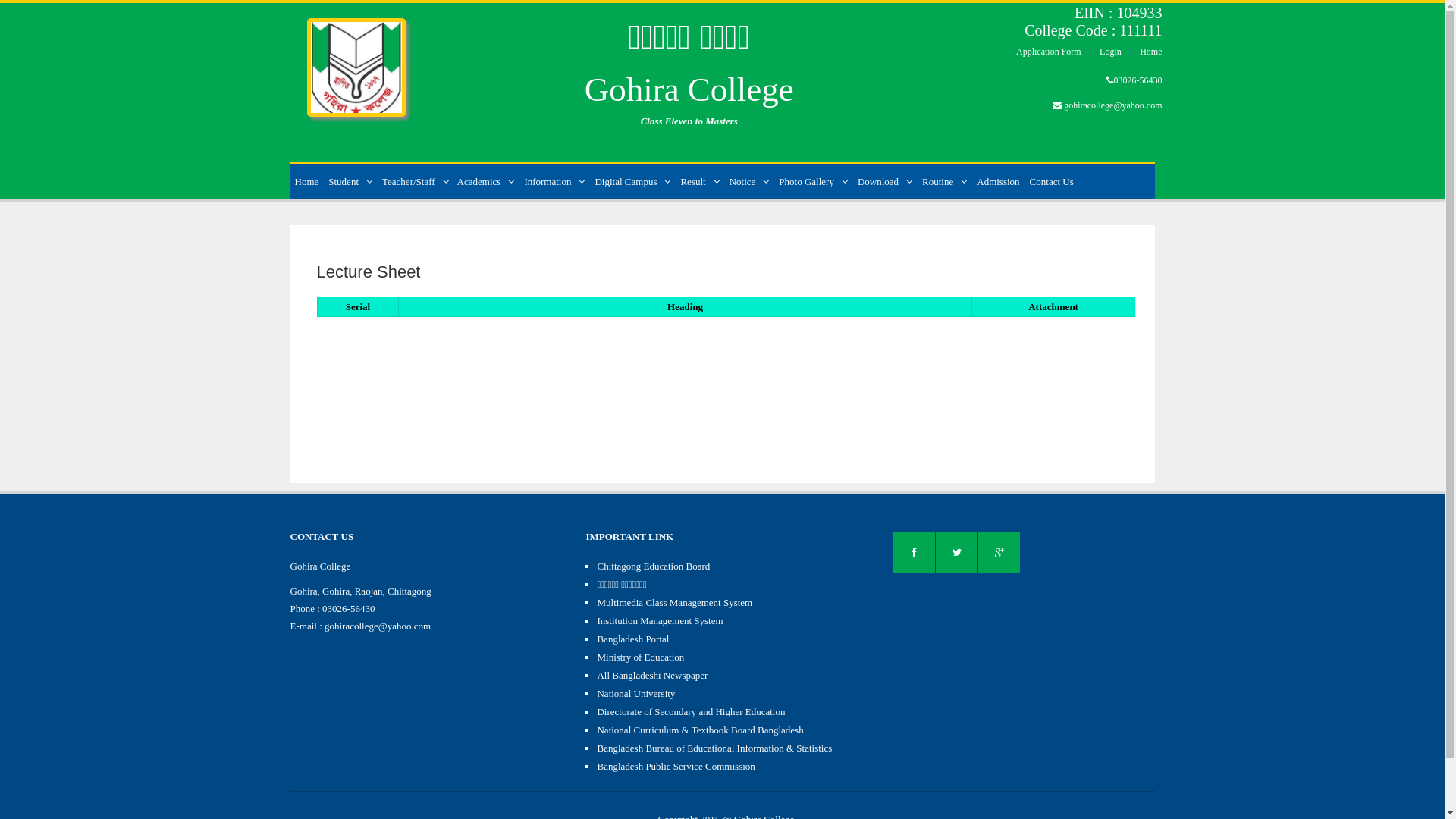 Image resolution: width=1456 pixels, height=819 pixels. What do you see at coordinates (1051, 180) in the screenshot?
I see `'Contact Us'` at bounding box center [1051, 180].